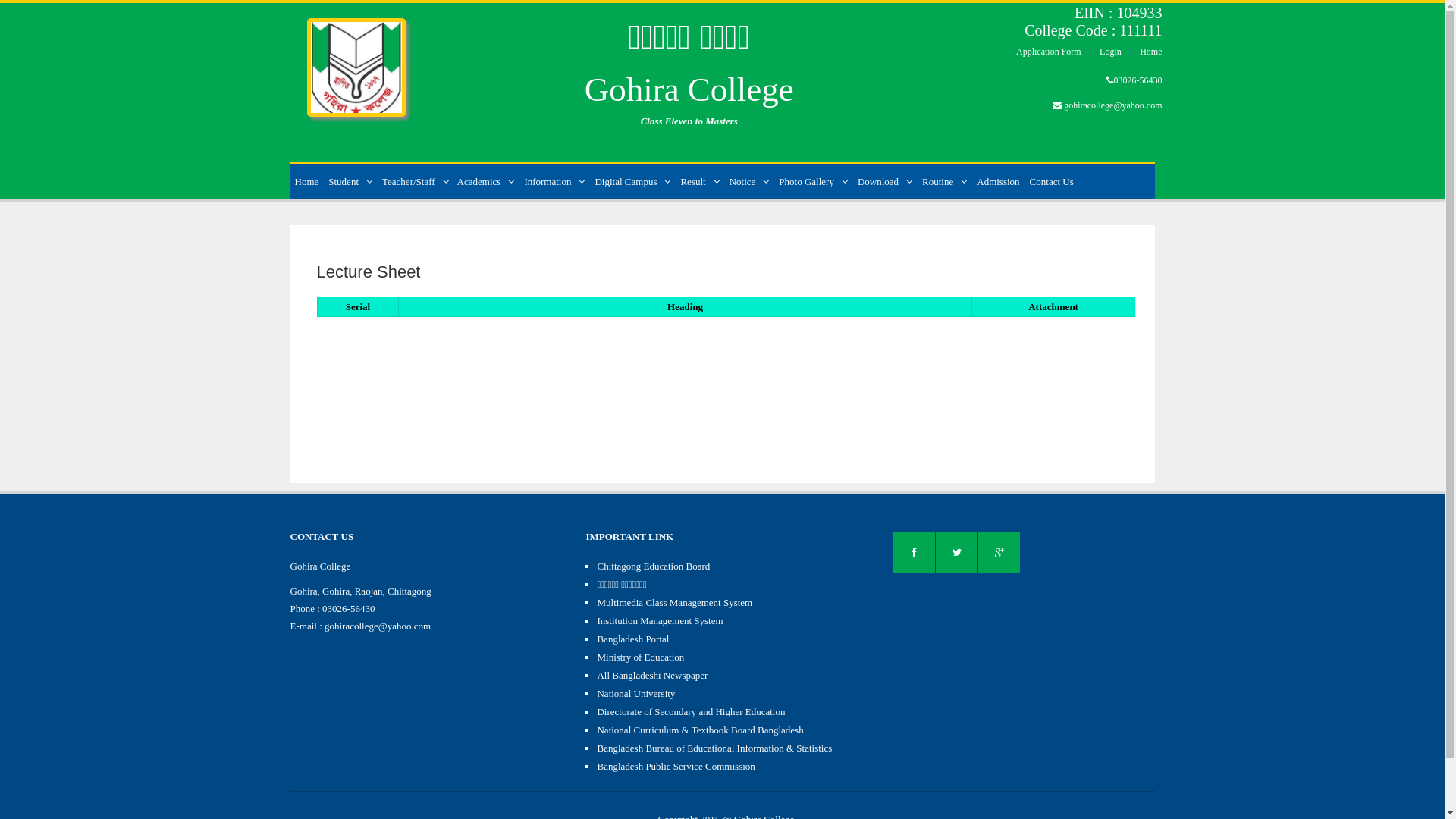 Image resolution: width=1456 pixels, height=819 pixels. What do you see at coordinates (1051, 180) in the screenshot?
I see `'Contact Us'` at bounding box center [1051, 180].